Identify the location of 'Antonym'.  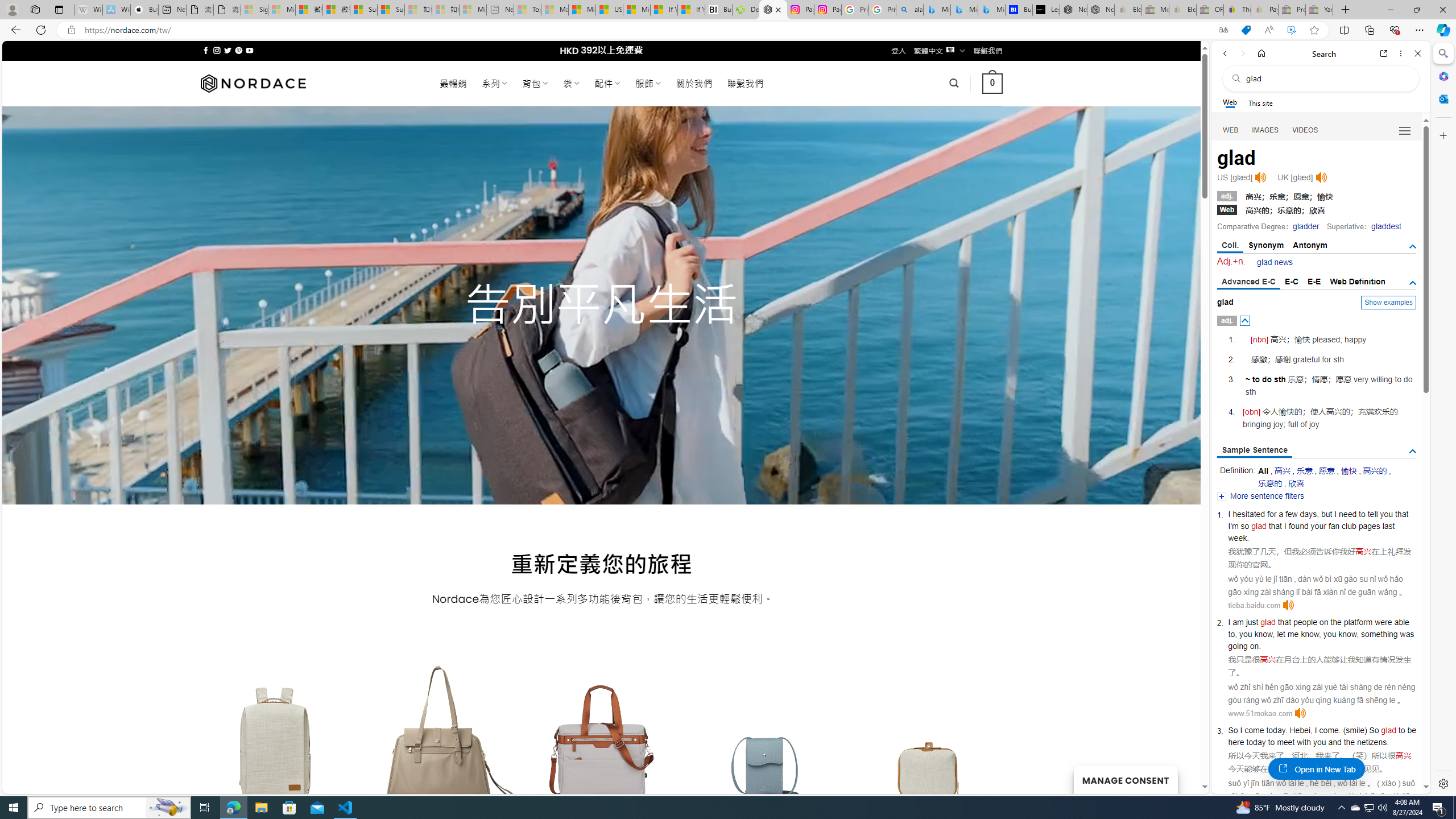
(1310, 245).